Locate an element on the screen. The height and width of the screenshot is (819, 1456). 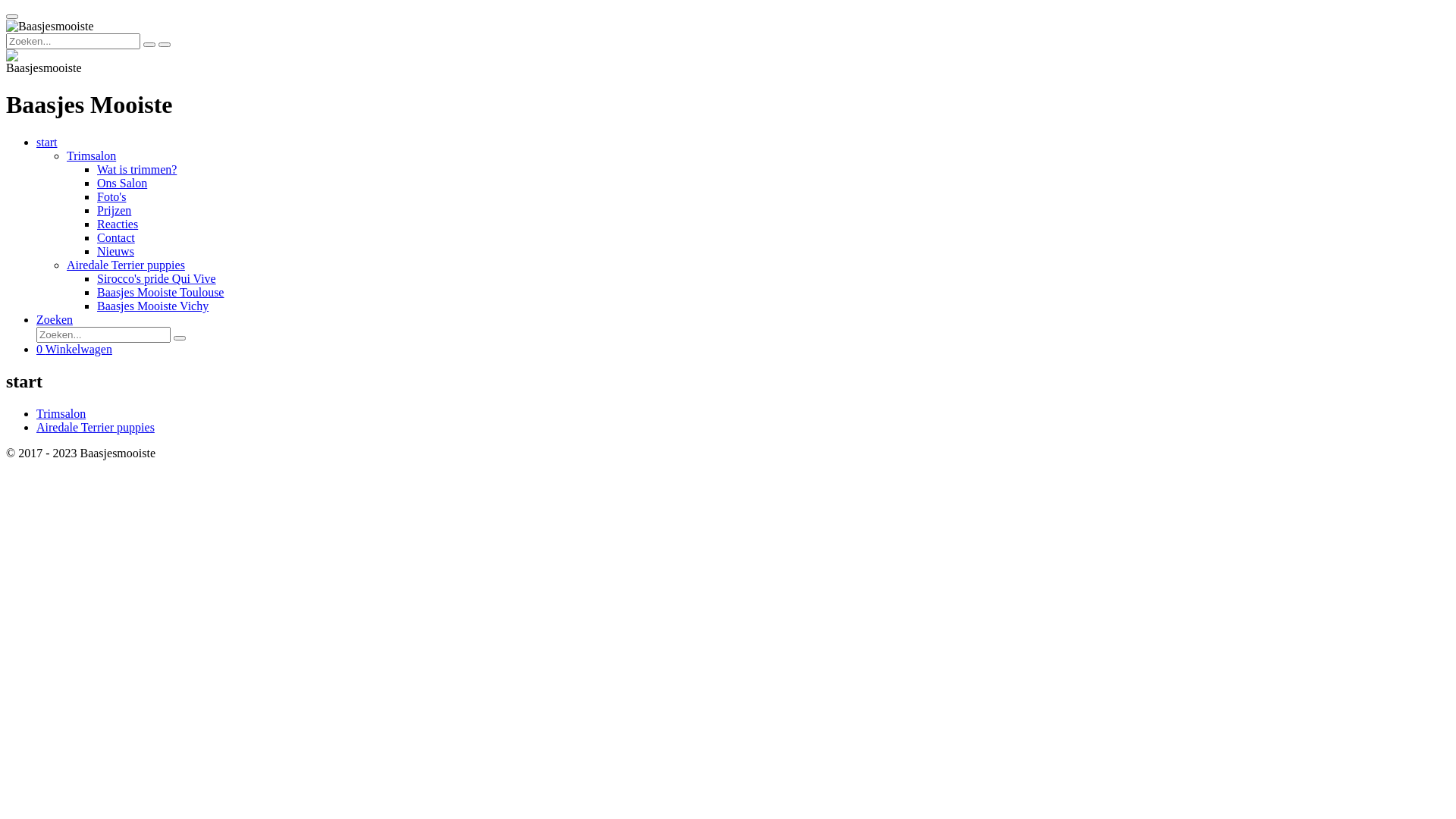
'Airedale Terrier puppies' is located at coordinates (94, 427).